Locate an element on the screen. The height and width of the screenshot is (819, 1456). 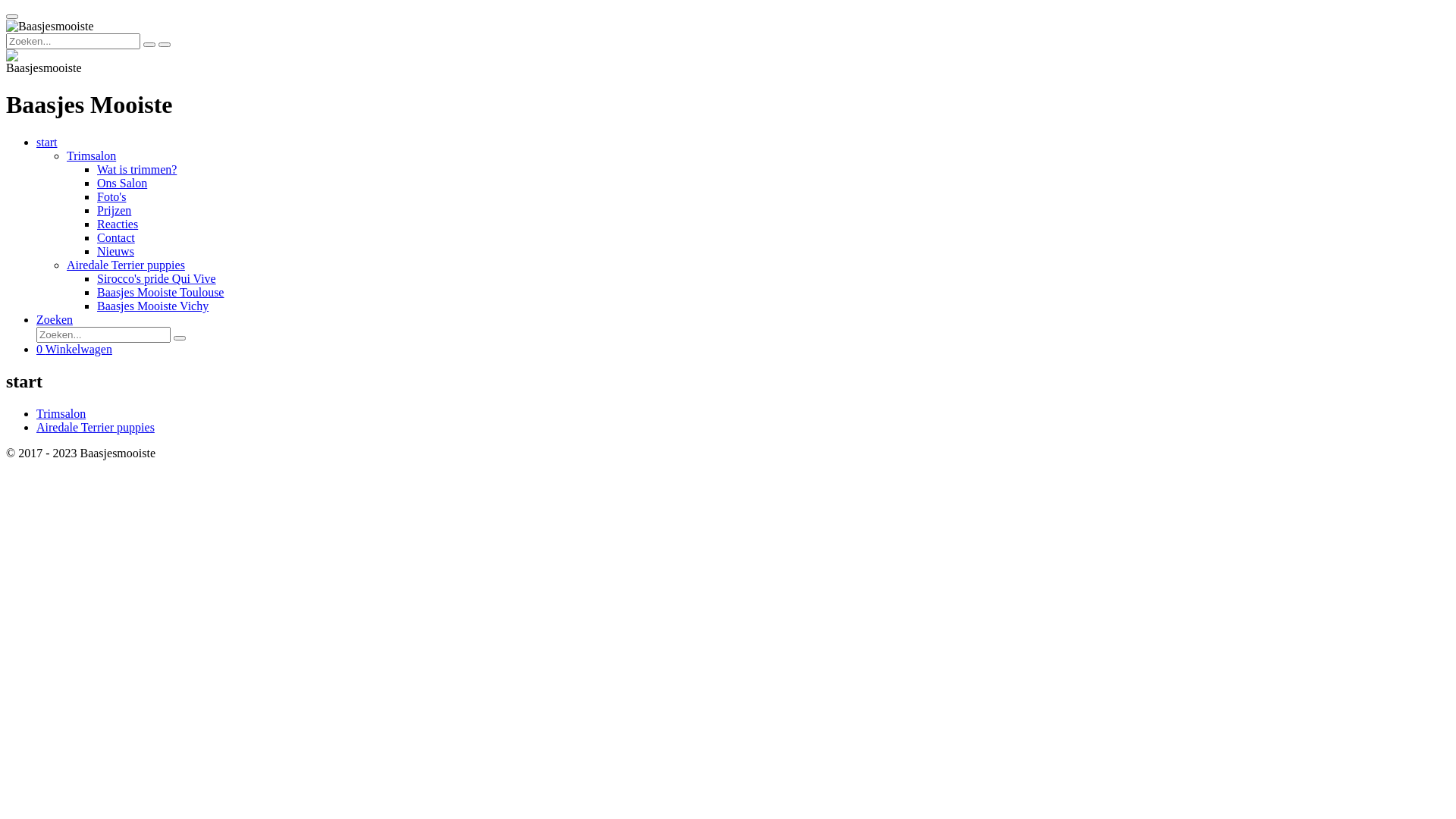
'Airedale Terrier puppies' is located at coordinates (94, 427).